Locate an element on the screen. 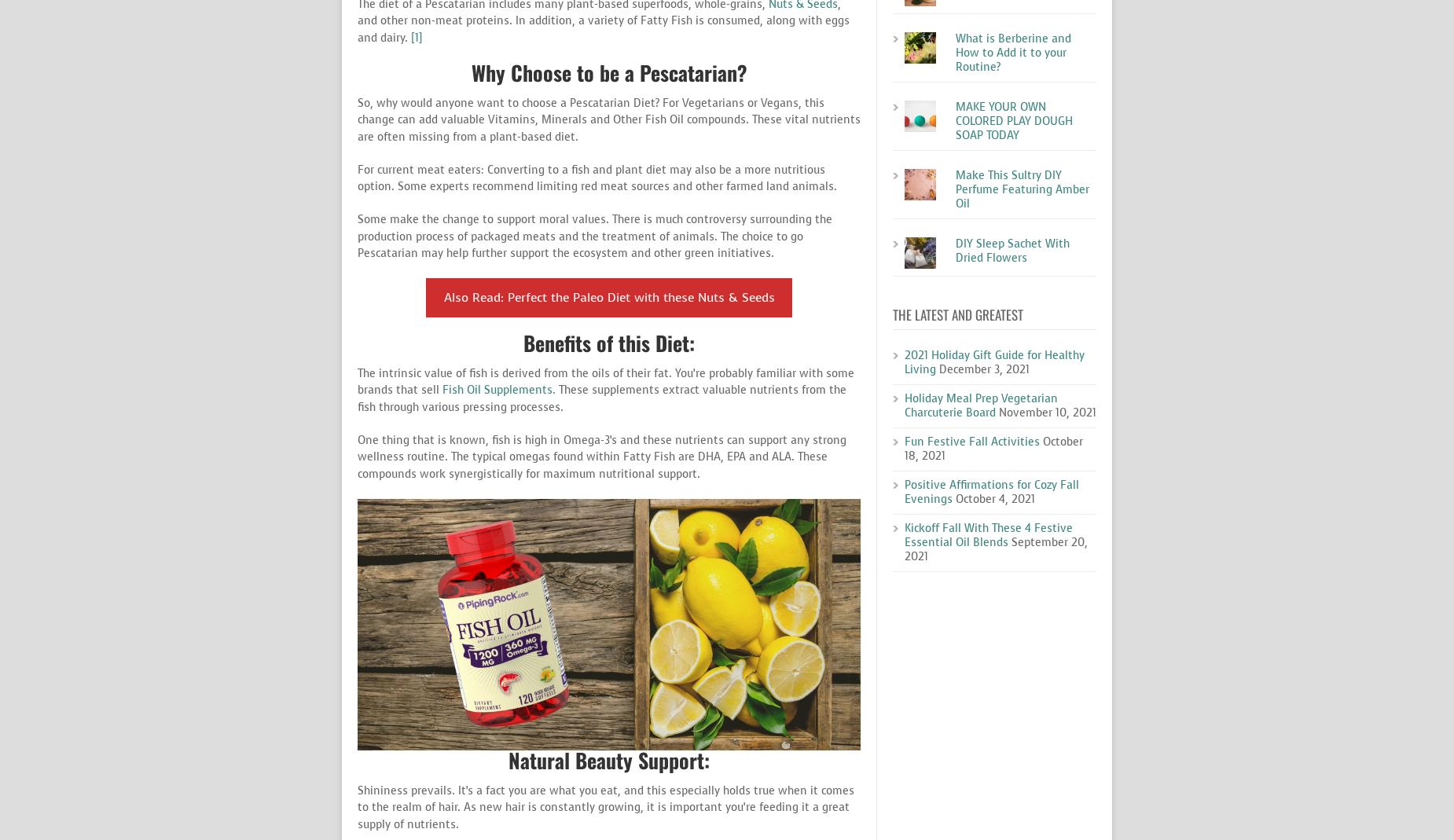 This screenshot has height=840, width=1454. 'October 4, 2021' is located at coordinates (994, 499).